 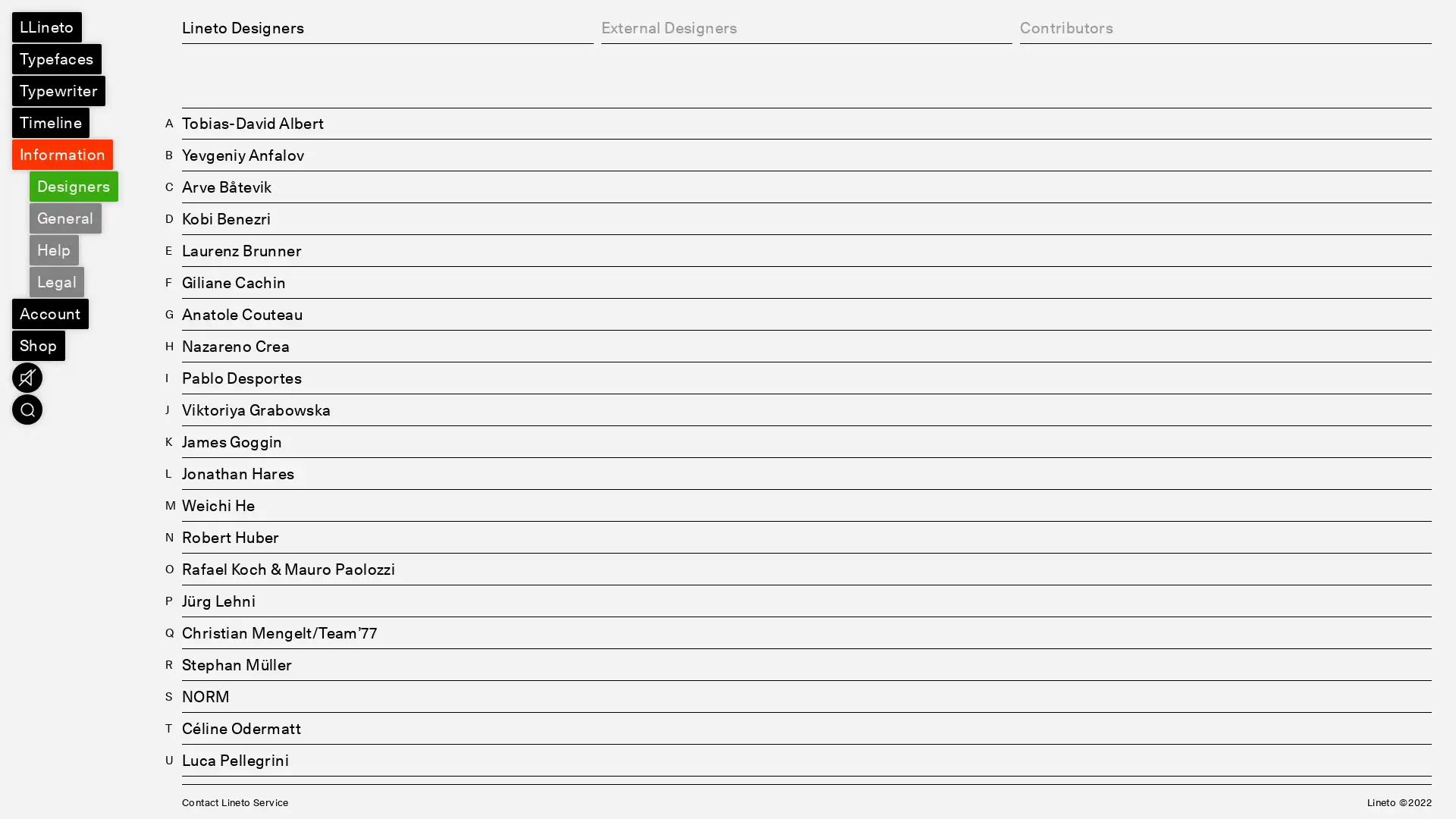 I want to click on LLineto, so click(x=46, y=27).